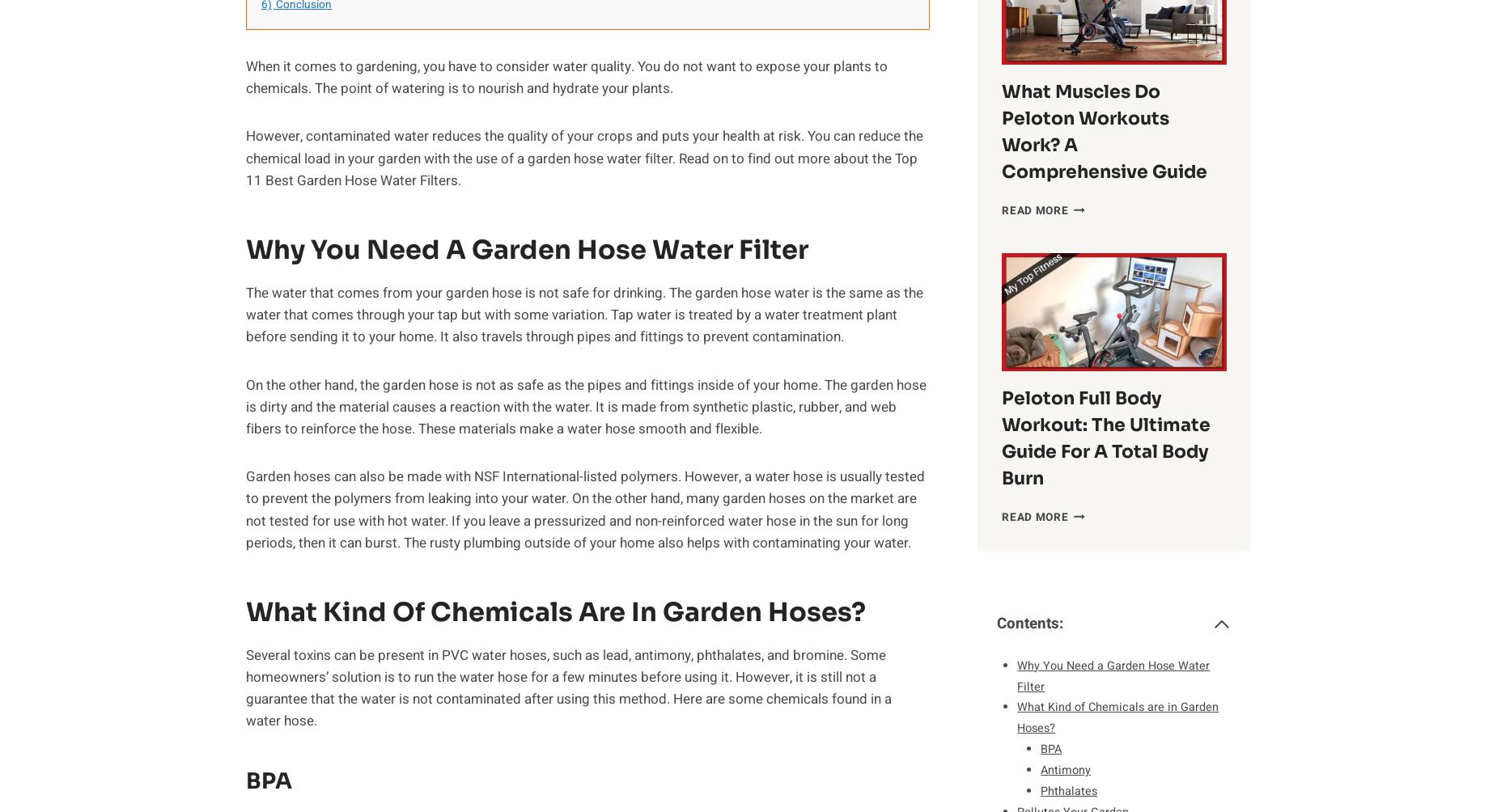 The height and width of the screenshot is (812, 1497). Describe the element at coordinates (584, 157) in the screenshot. I see `'However, contaminated water reduces the quality of your crops and puts your health at risk. You can reduce the chemical load in your garden with the use of a garden hose water filter. Read on to find out more about the Top 11 Best Garden Hose Water Filters.'` at that location.